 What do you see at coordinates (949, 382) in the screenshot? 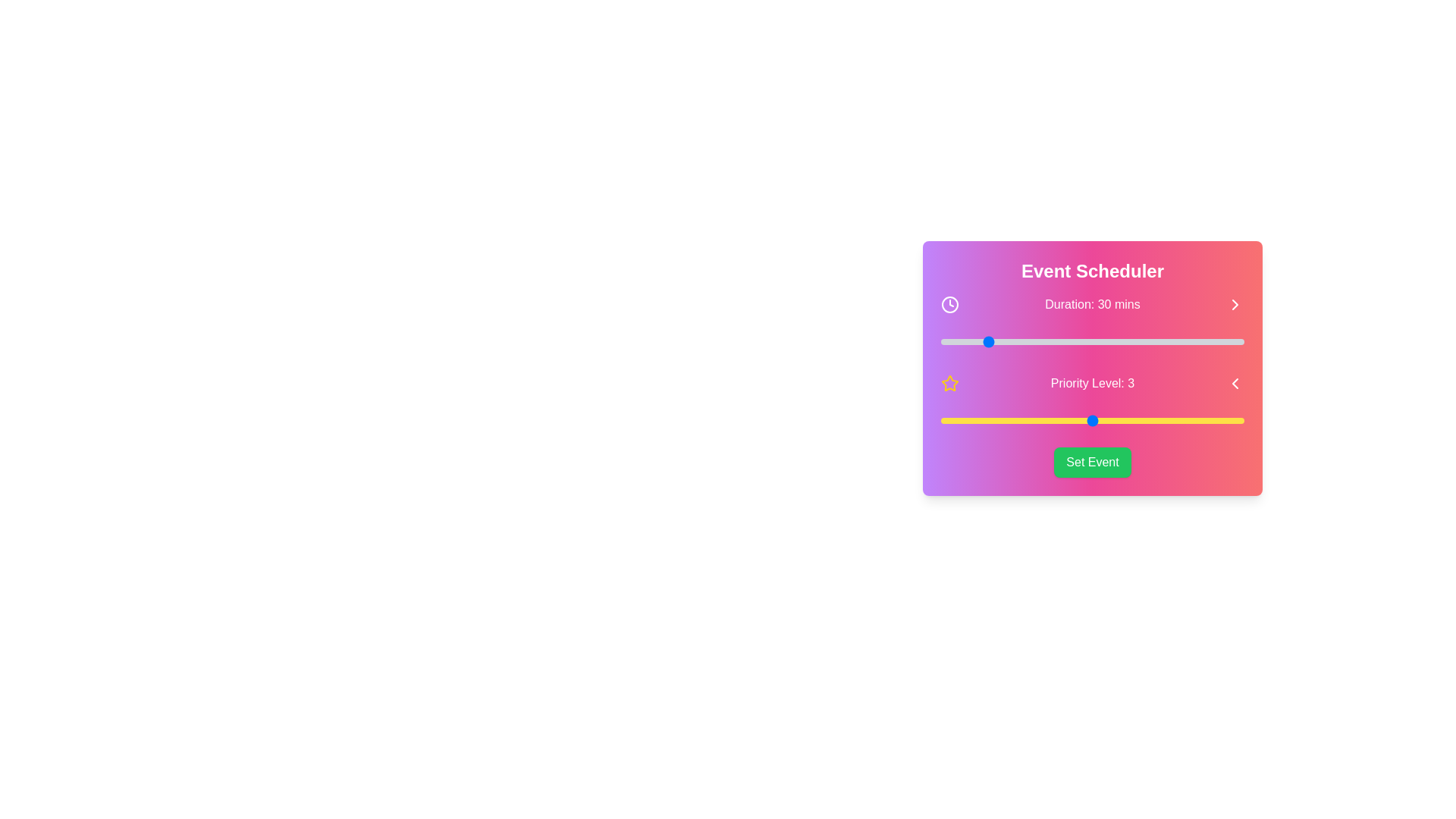
I see `the yellow star-shaped icon located in the gradient-colored right panel, near the 'Priority Level: 3' label to interact with it` at bounding box center [949, 382].